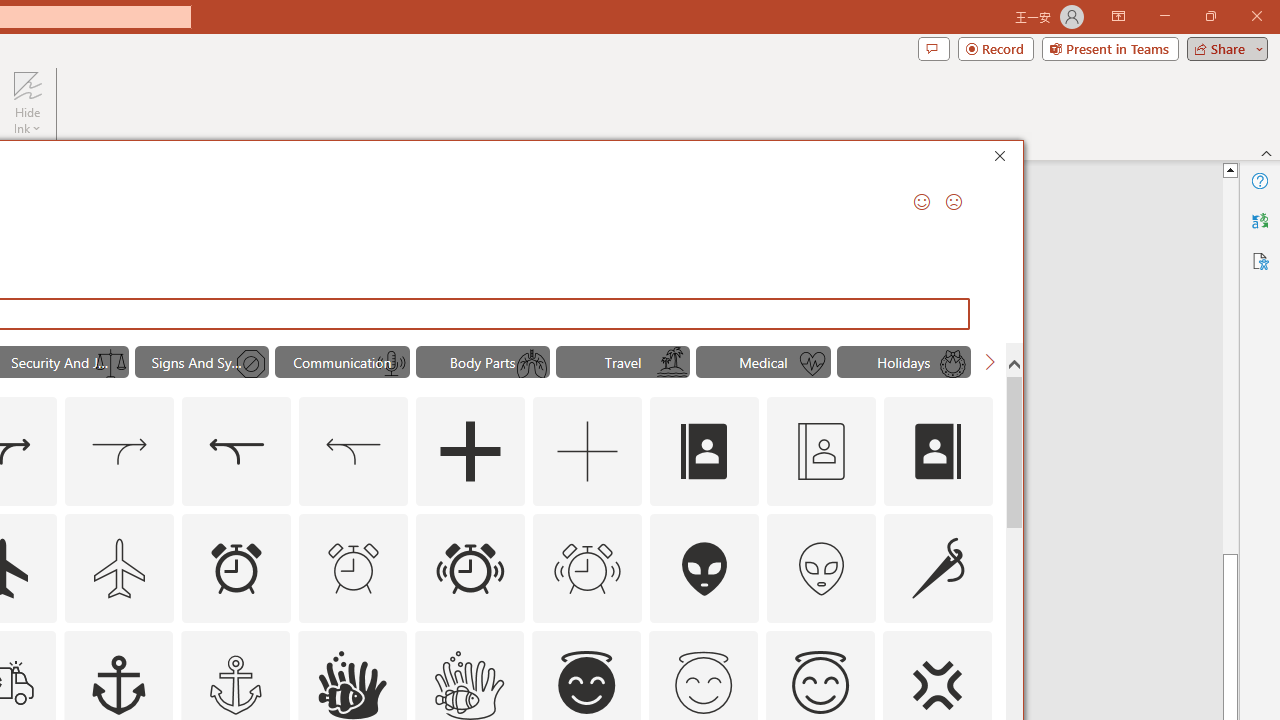 Image resolution: width=1280 pixels, height=720 pixels. What do you see at coordinates (110, 364) in the screenshot?
I see `'AutomationID: Icons_ScalesofJustice_M'` at bounding box center [110, 364].